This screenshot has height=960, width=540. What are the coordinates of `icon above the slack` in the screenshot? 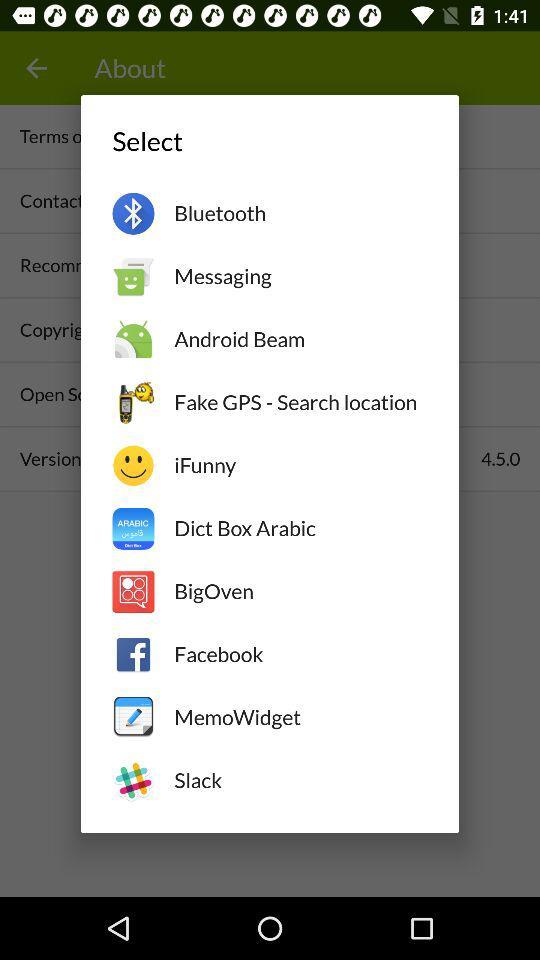 It's located at (299, 717).